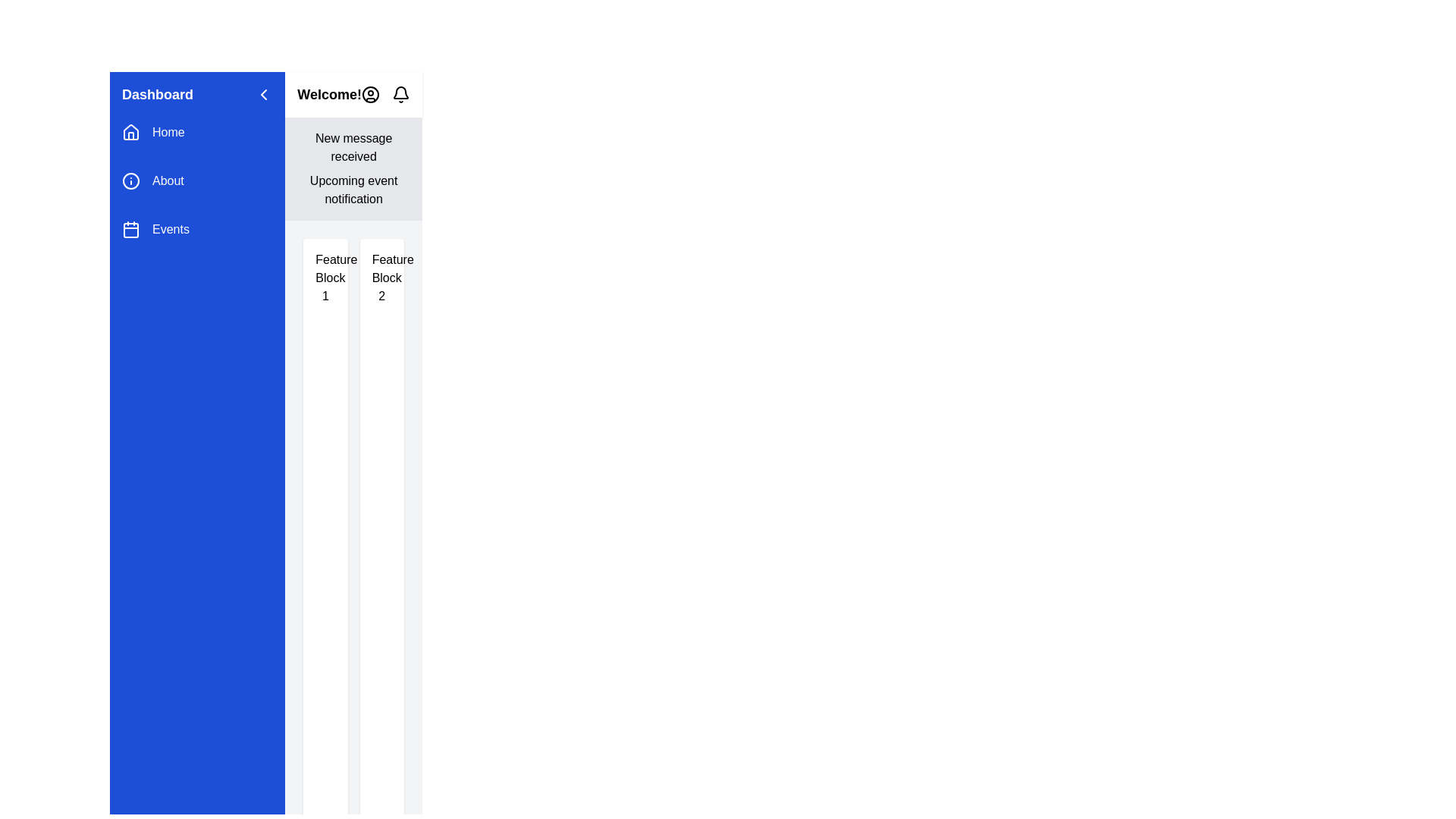  What do you see at coordinates (130, 231) in the screenshot?
I see `the SVG Rectangle that forms part of the calendar icon in the 'Events' section of the navigation bar` at bounding box center [130, 231].